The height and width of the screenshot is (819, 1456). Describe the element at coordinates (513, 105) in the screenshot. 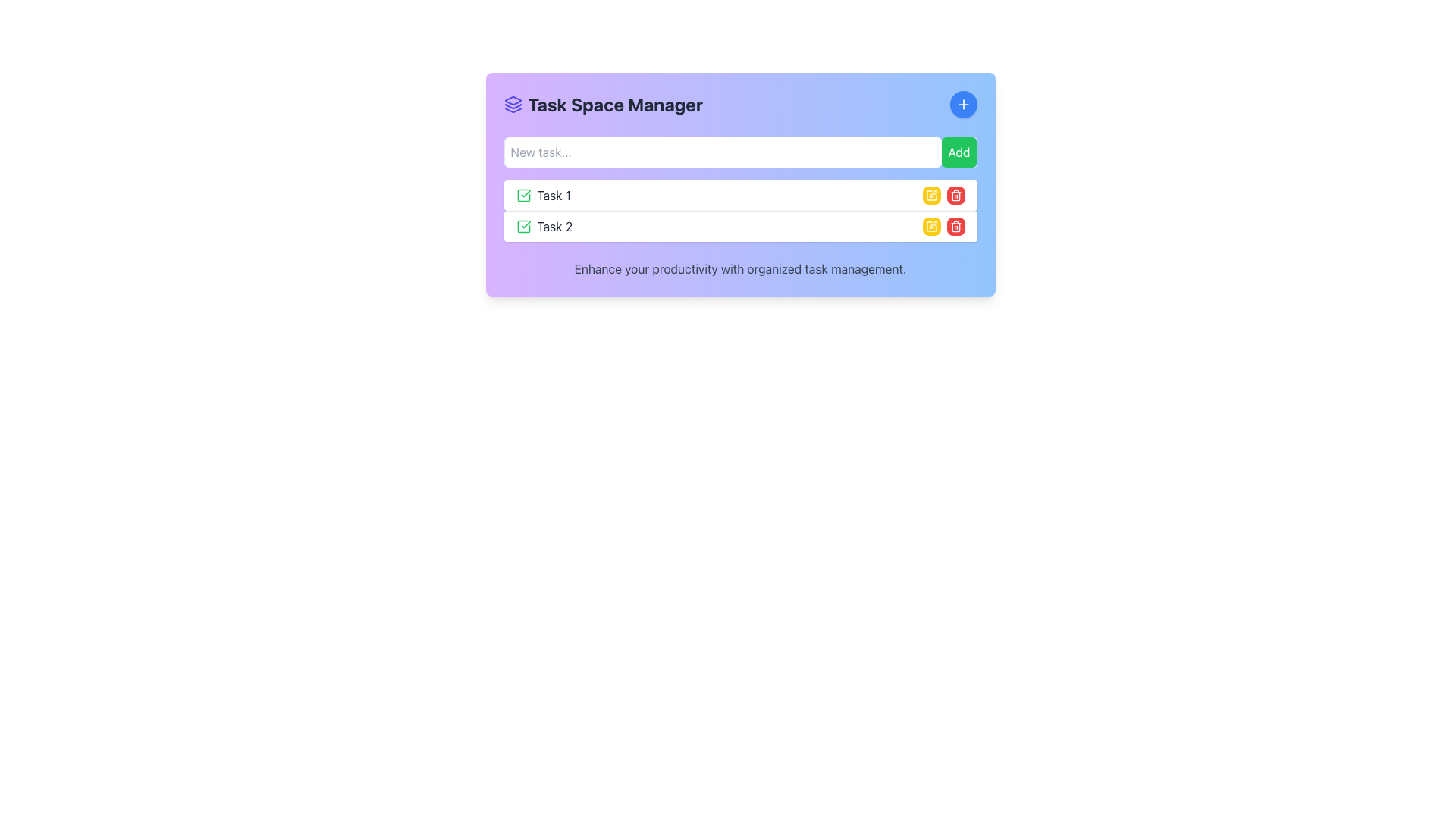

I see `the middle layer of the triangular icon next to the title 'Task Space Manager', which is distinguishable by its slight shading` at that location.